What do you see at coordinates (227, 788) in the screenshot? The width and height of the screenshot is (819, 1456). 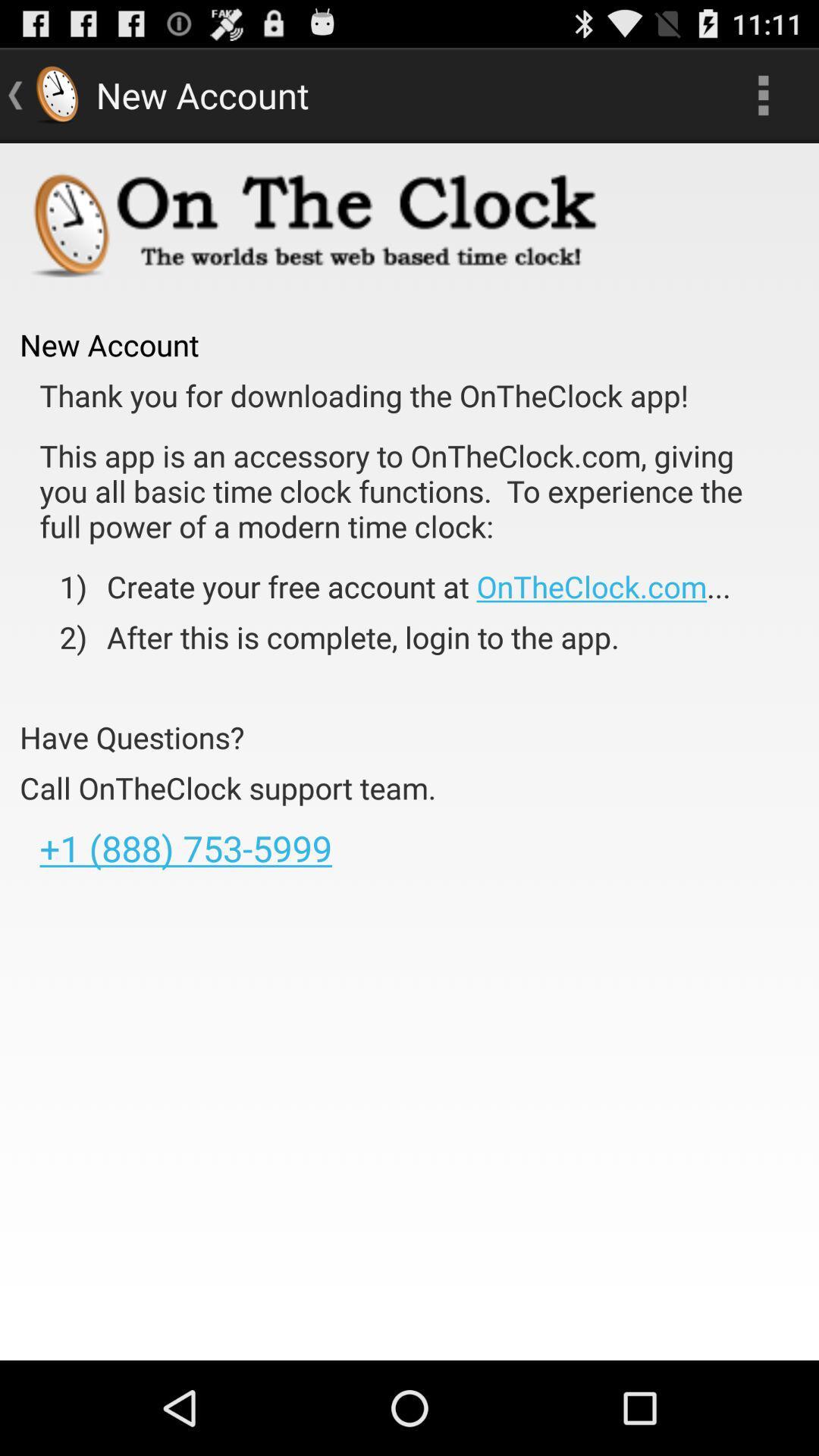 I see `icon above the 1 888 753 app` at bounding box center [227, 788].